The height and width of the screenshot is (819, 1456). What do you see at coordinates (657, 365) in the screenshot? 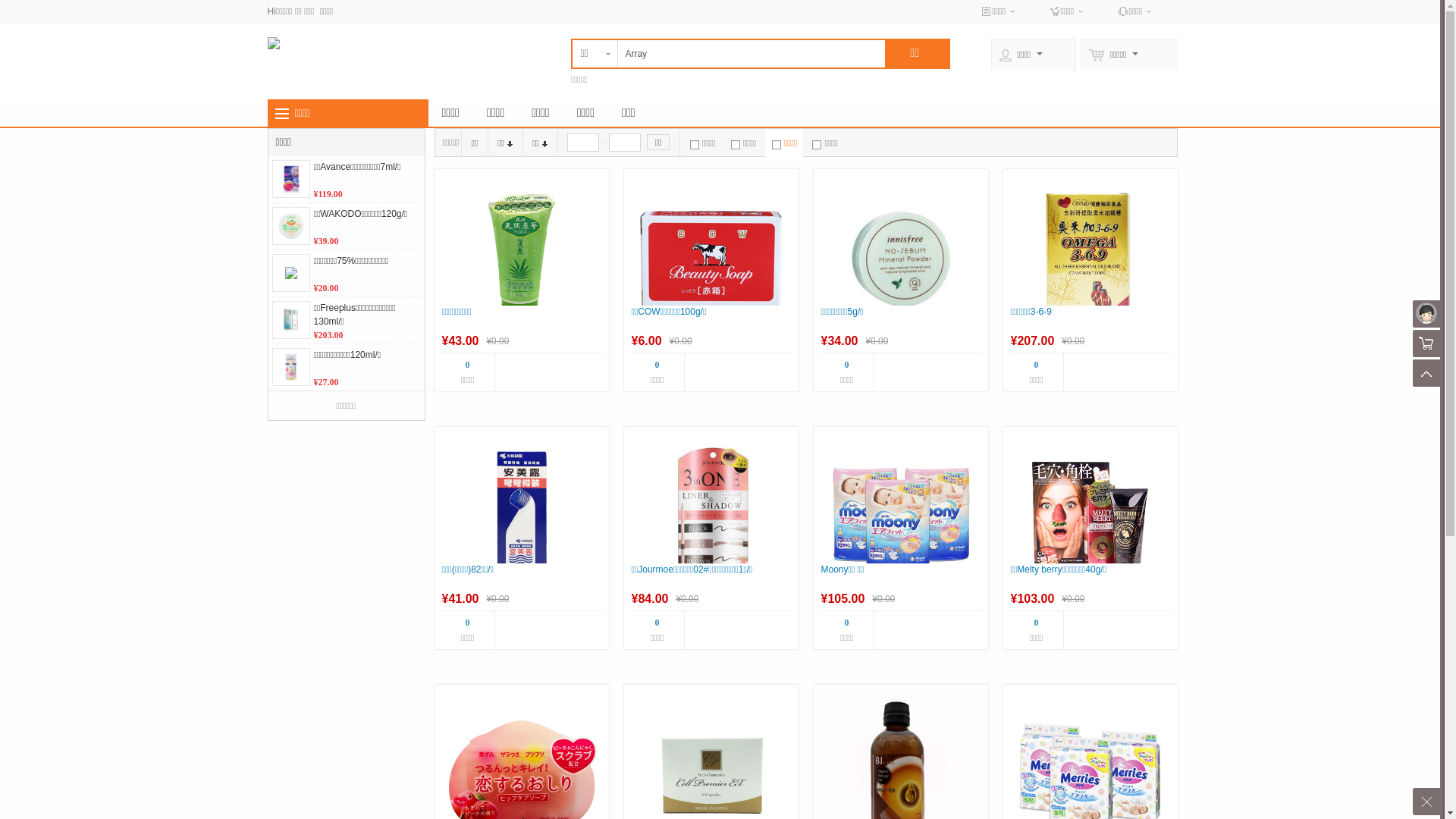
I see `'0'` at bounding box center [657, 365].